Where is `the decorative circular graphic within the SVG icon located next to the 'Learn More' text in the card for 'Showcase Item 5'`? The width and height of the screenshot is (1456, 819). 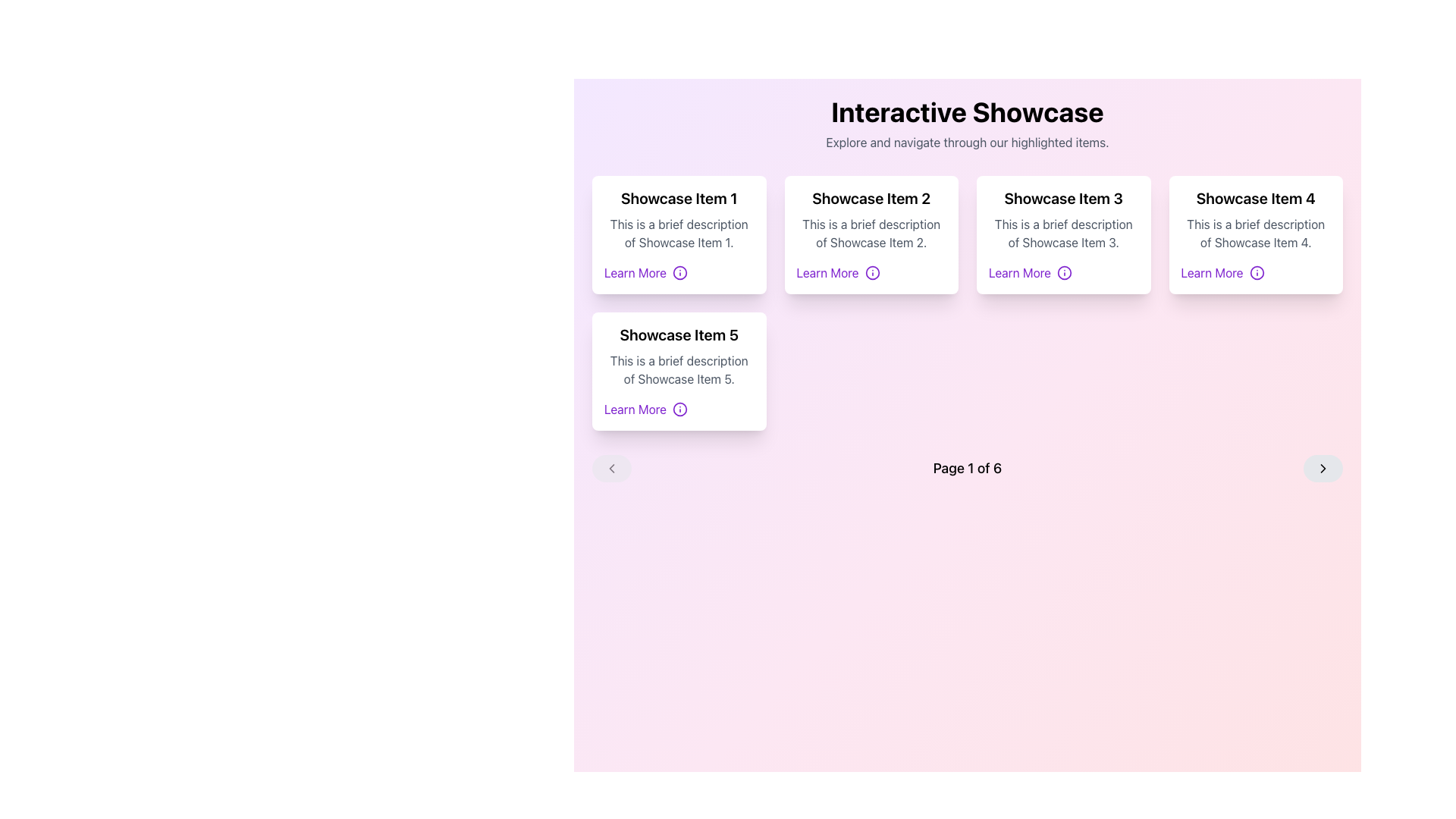
the decorative circular graphic within the SVG icon located next to the 'Learn More' text in the card for 'Showcase Item 5' is located at coordinates (679, 409).